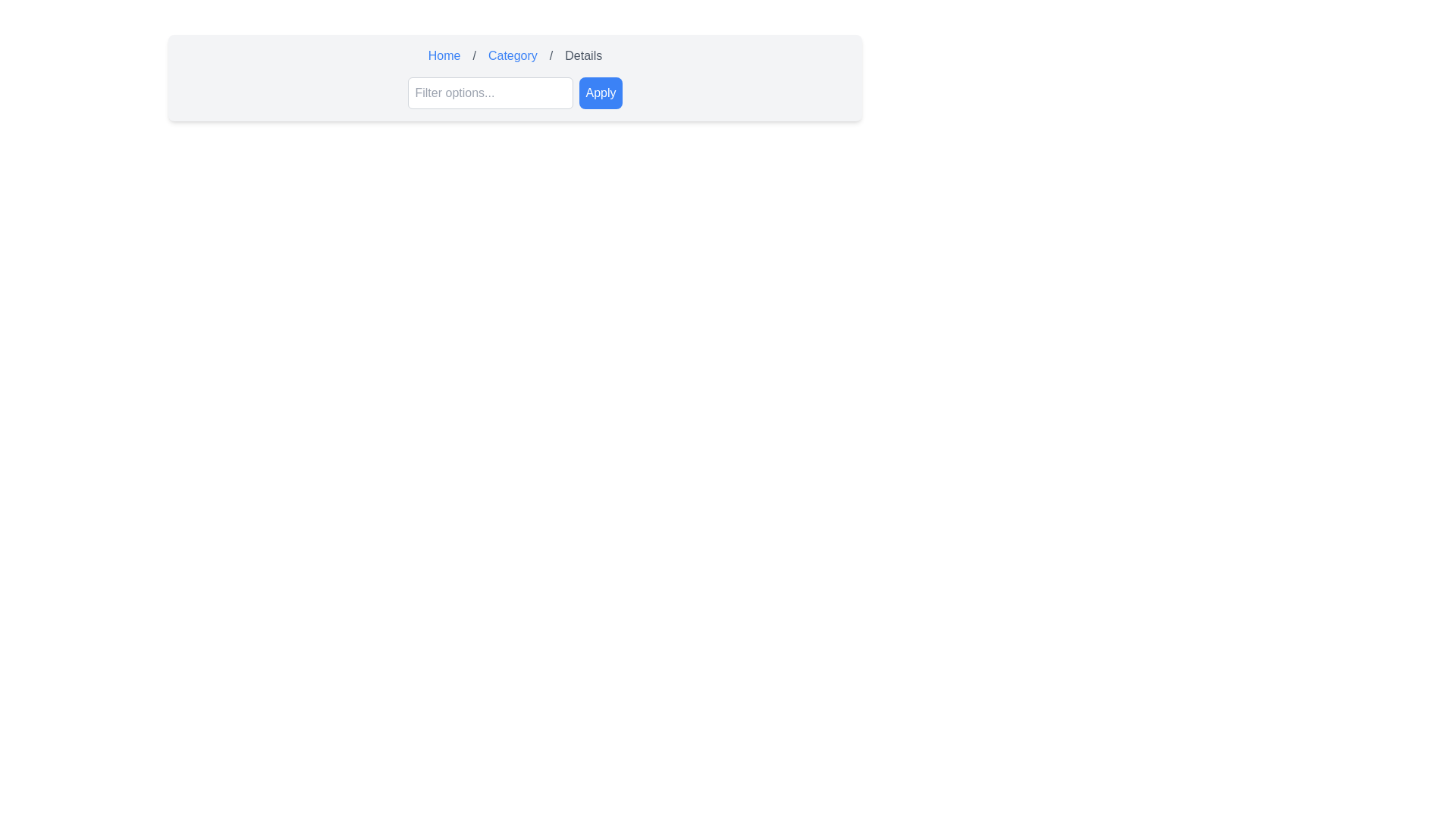  Describe the element at coordinates (444, 55) in the screenshot. I see `the navigational hyperlink that returns to the home page, located at the top-left of the interface, to trigger the visual hover effect` at that location.